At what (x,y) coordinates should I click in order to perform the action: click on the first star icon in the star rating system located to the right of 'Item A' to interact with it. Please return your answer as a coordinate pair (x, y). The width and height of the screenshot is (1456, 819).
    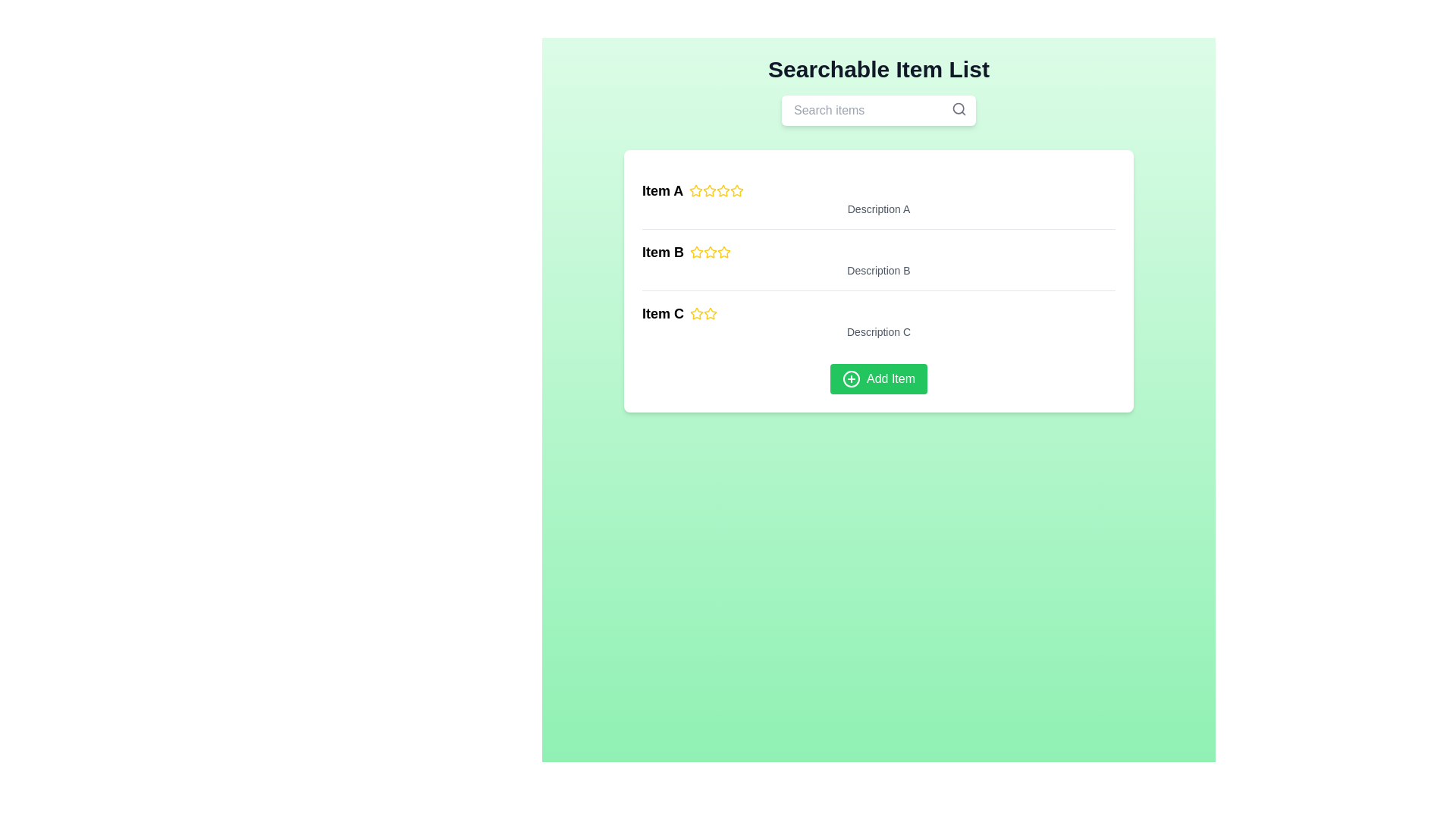
    Looking at the image, I should click on (695, 189).